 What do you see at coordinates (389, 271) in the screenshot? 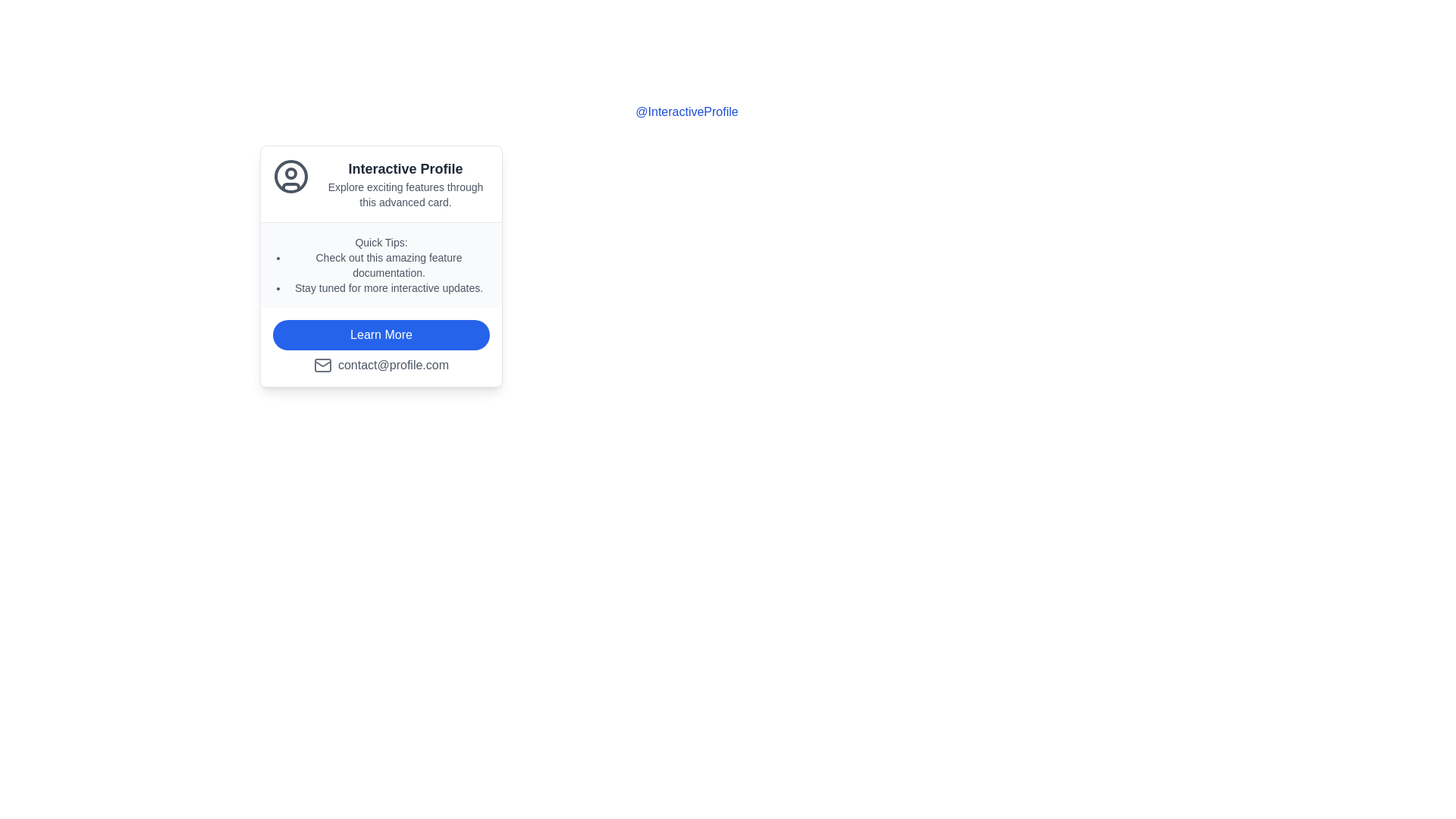
I see `the bulleted list containing the text 'Check out this amazing feature documentation.' and 'Stay tuned for more interactive updates.' located beneath the 'Quick Tips:' label` at bounding box center [389, 271].